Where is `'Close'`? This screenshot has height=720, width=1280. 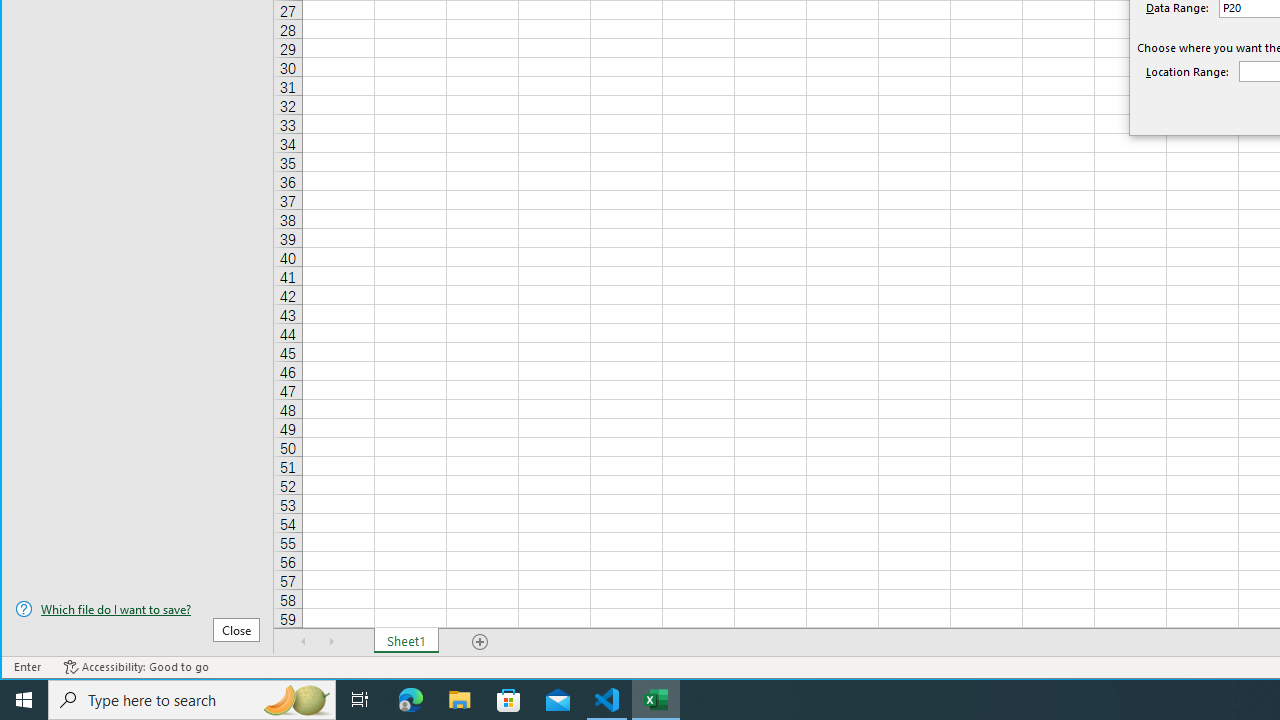 'Close' is located at coordinates (236, 630).